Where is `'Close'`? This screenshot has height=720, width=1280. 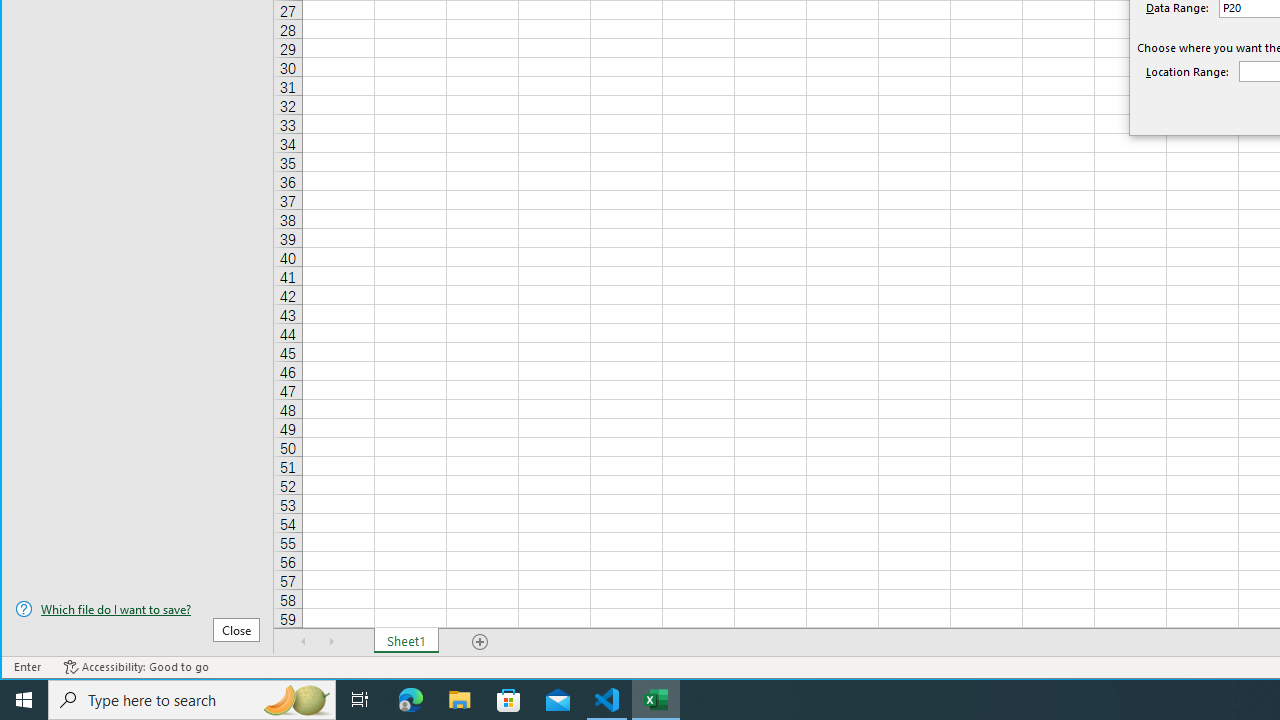 'Close' is located at coordinates (236, 630).